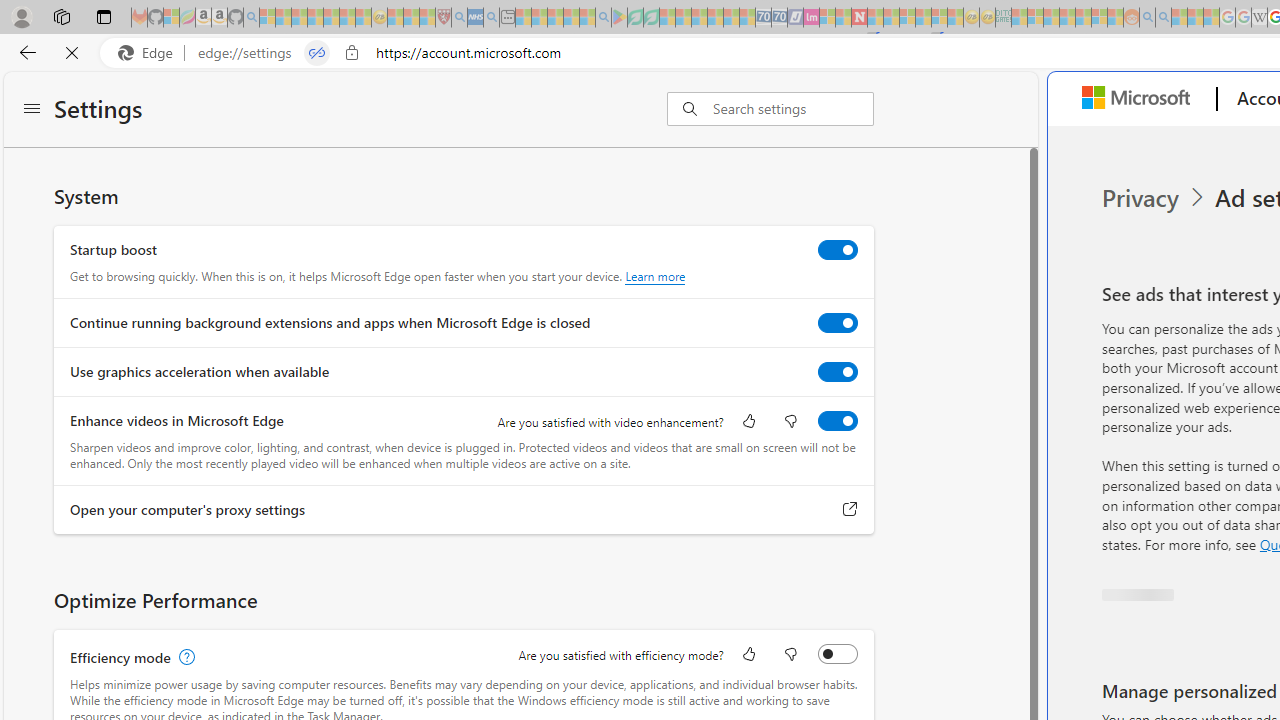 The width and height of the screenshot is (1280, 720). I want to click on 'Use graphics acceleration when available', so click(837, 372).